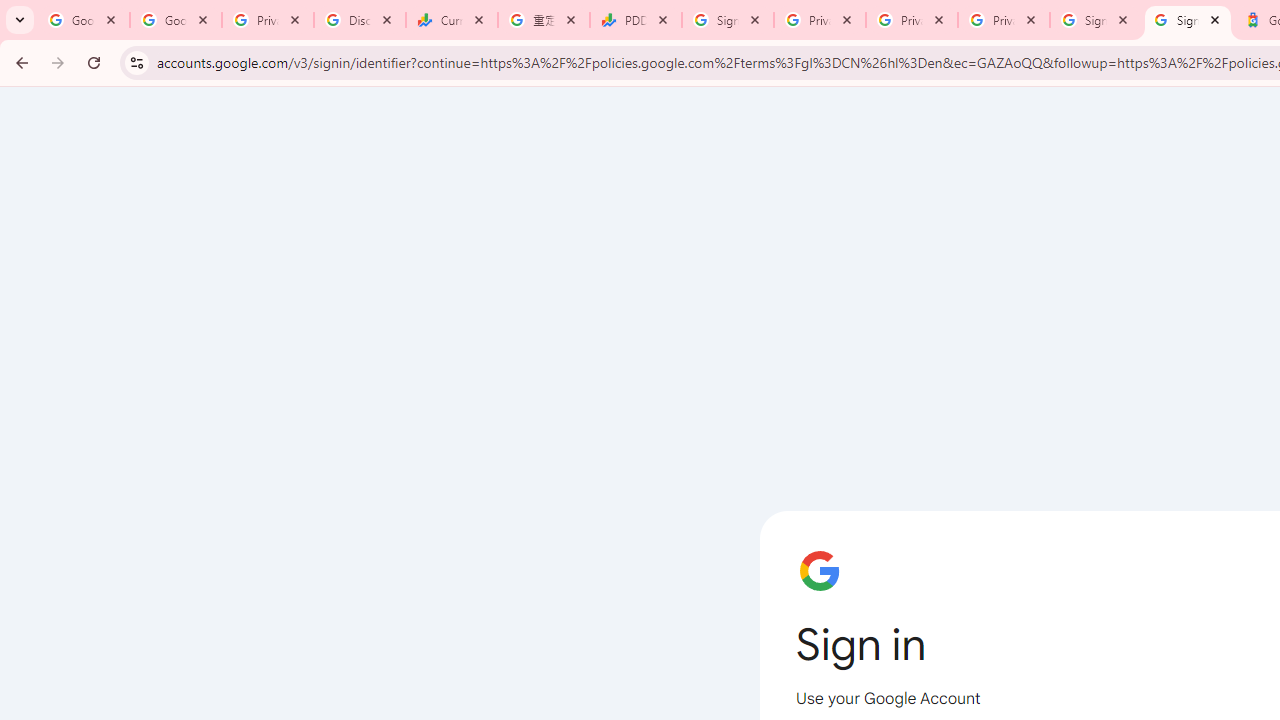  I want to click on 'Privacy Checkup', so click(911, 20).